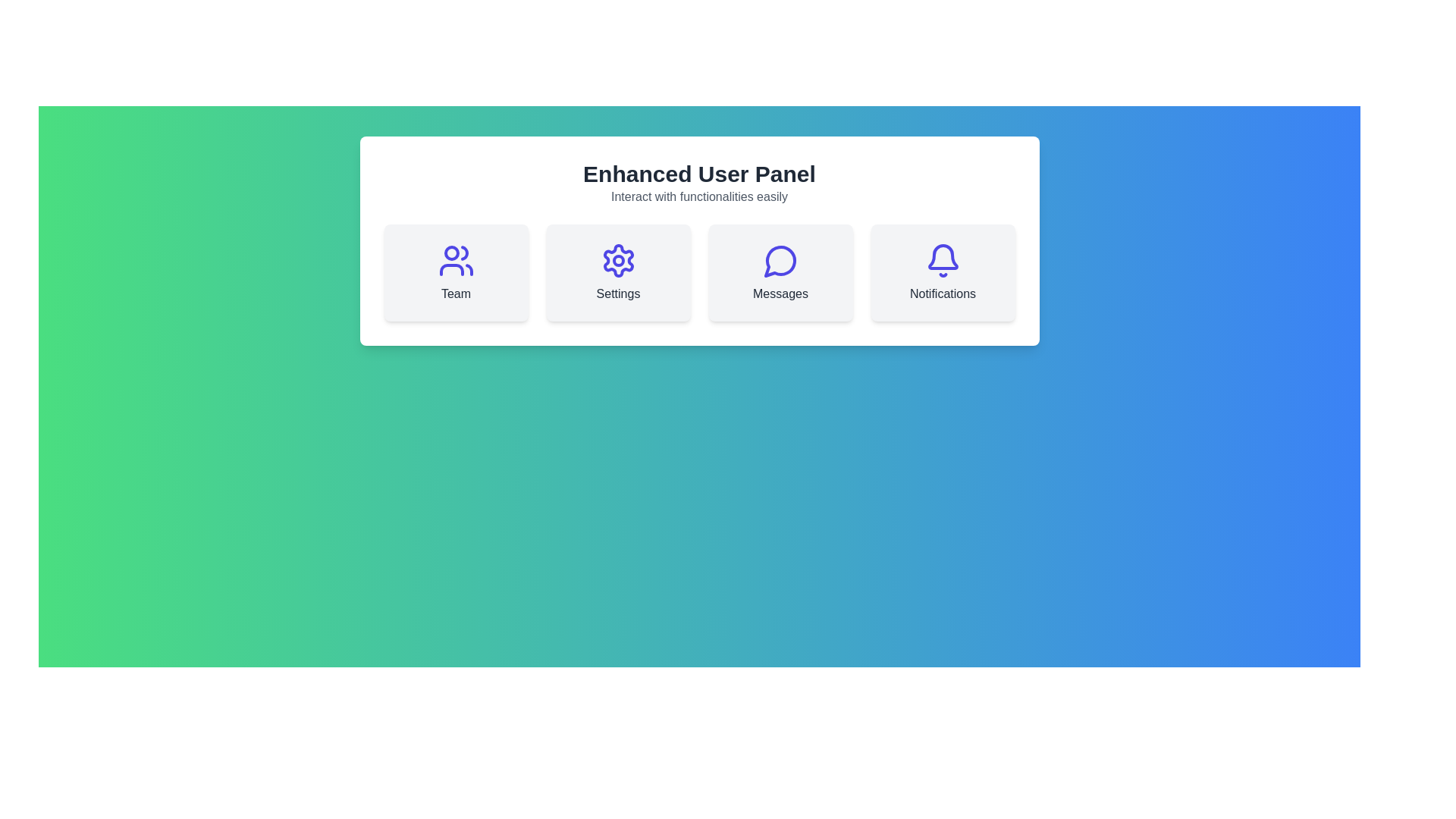 The height and width of the screenshot is (819, 1456). Describe the element at coordinates (618, 259) in the screenshot. I see `the settings icon located in the second card from the left in a group of four cards, positioned above the text label 'Settings'` at that location.